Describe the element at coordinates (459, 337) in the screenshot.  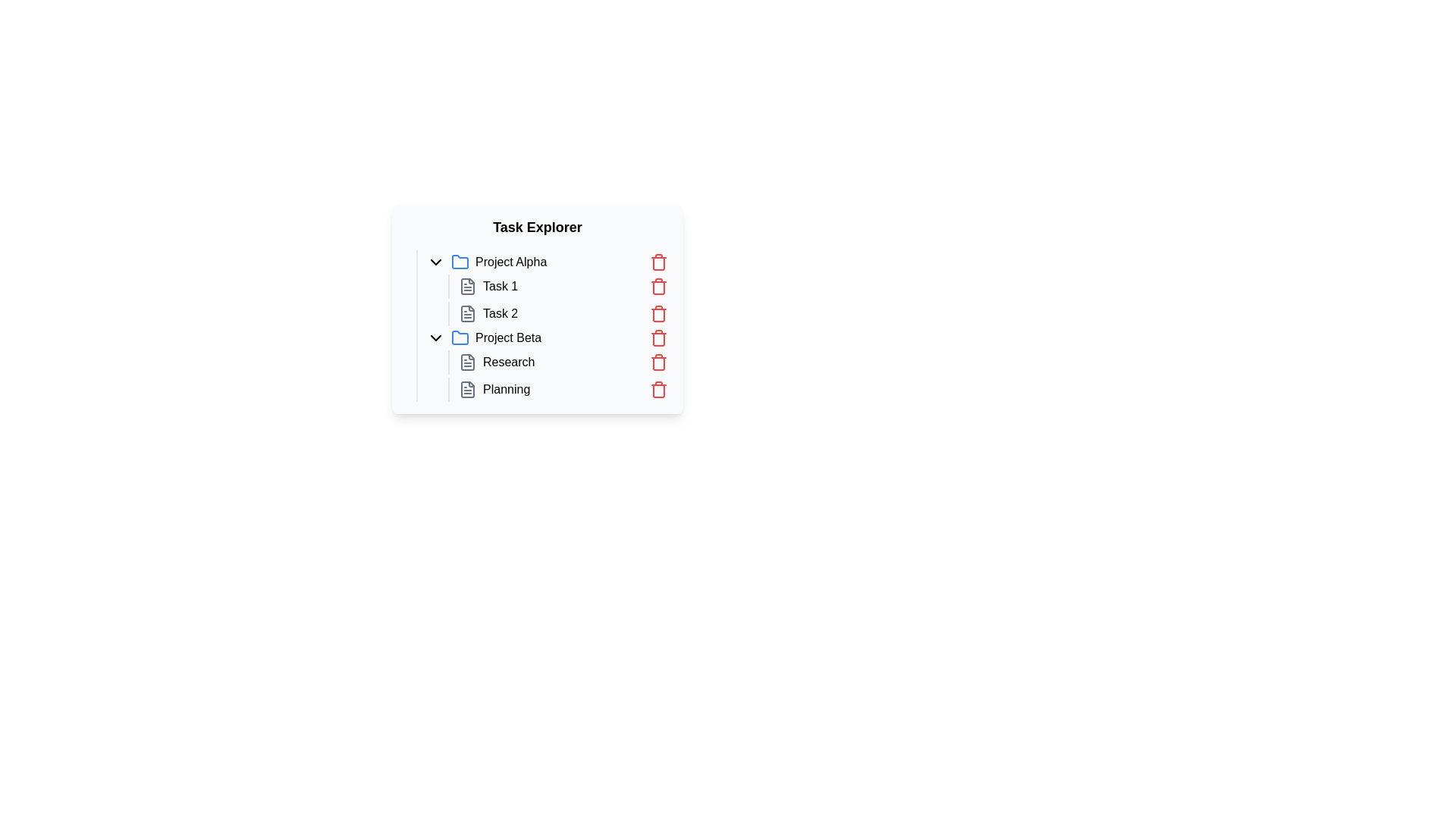
I see `the blue folder icon next to the text 'Project Beta' to trigger a tooltip` at that location.